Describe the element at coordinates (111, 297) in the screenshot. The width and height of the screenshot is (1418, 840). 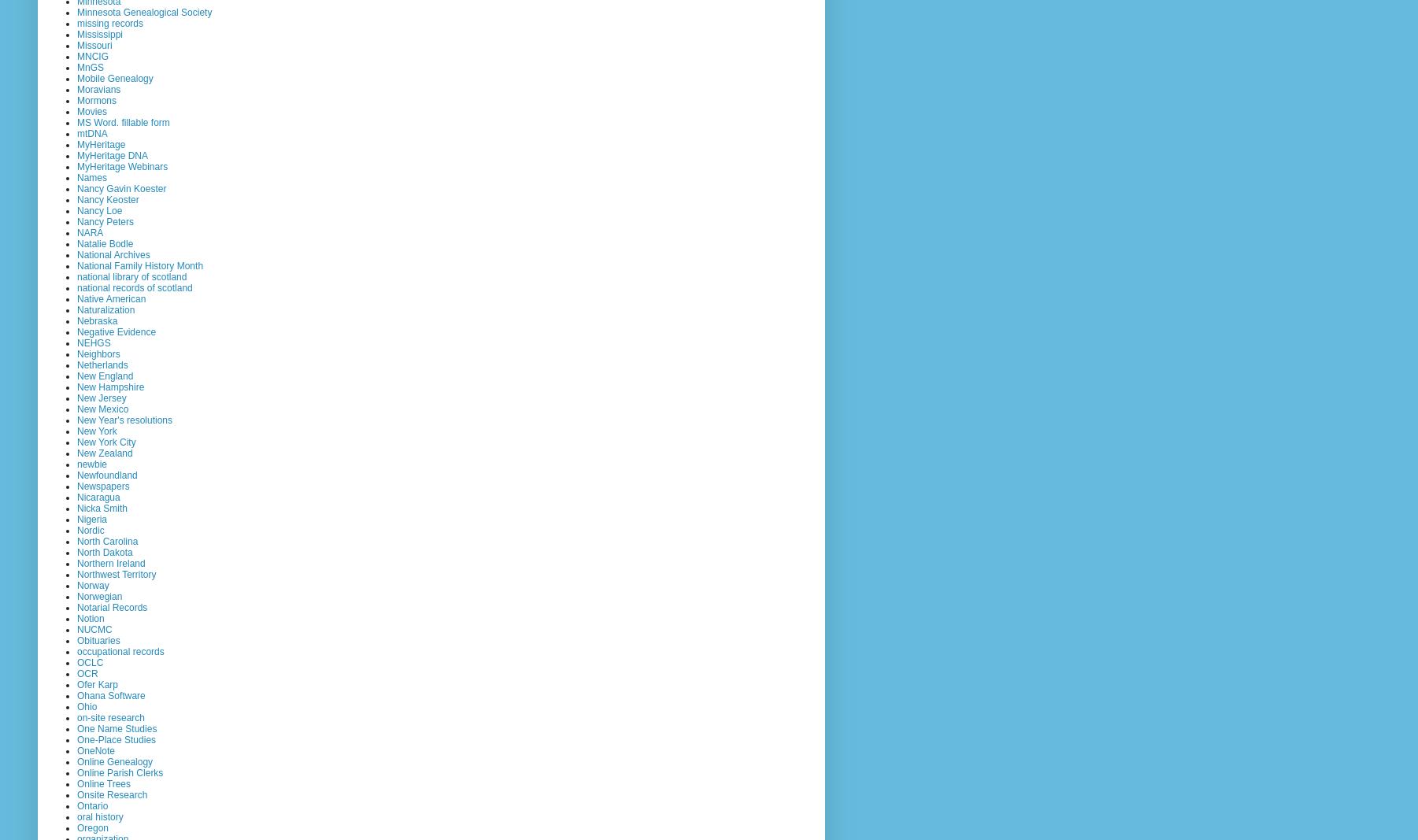
I see `'Native American'` at that location.